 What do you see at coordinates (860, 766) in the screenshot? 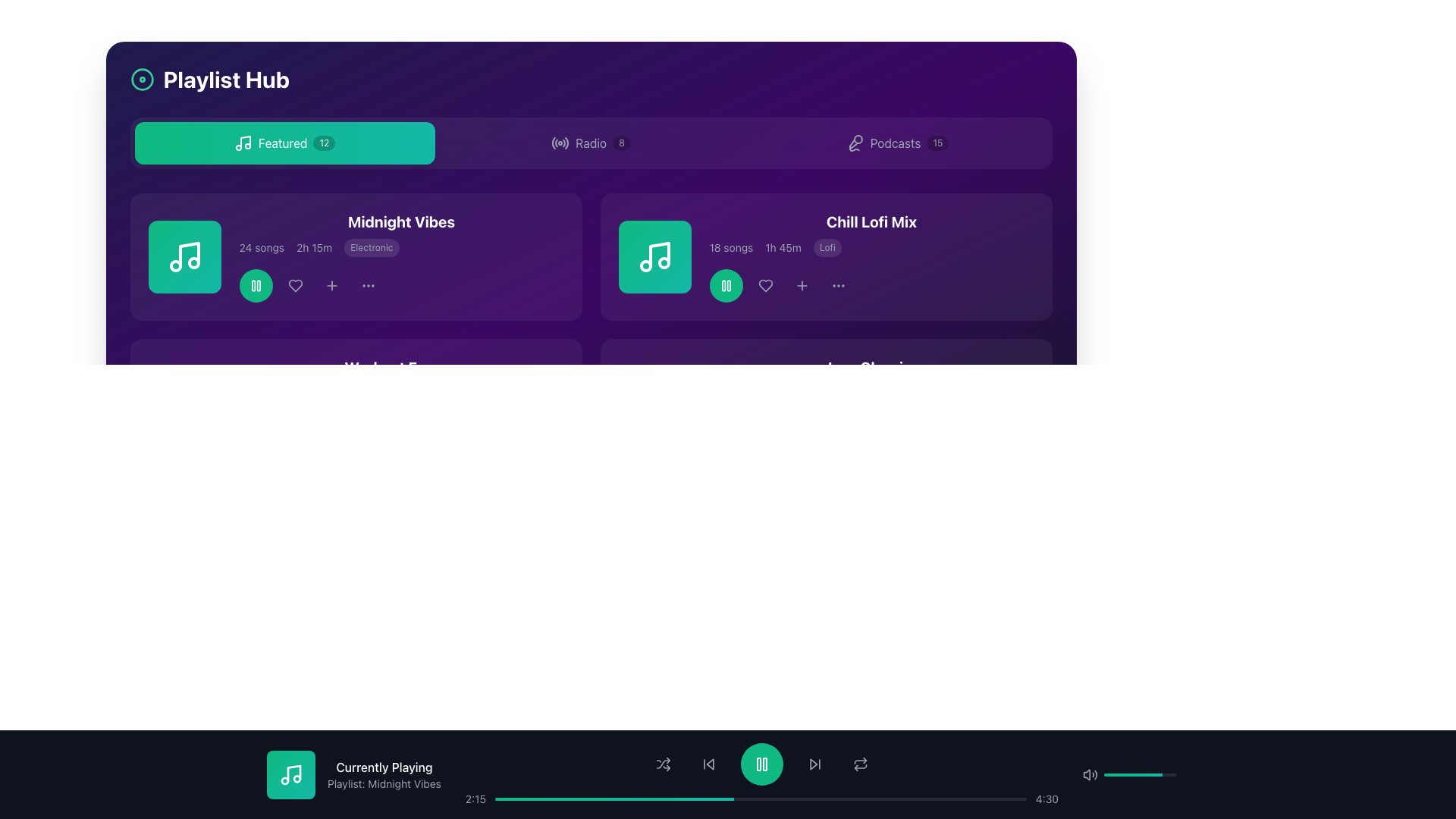
I see `the playback control icon at the rightmost end of the playback controls` at bounding box center [860, 766].